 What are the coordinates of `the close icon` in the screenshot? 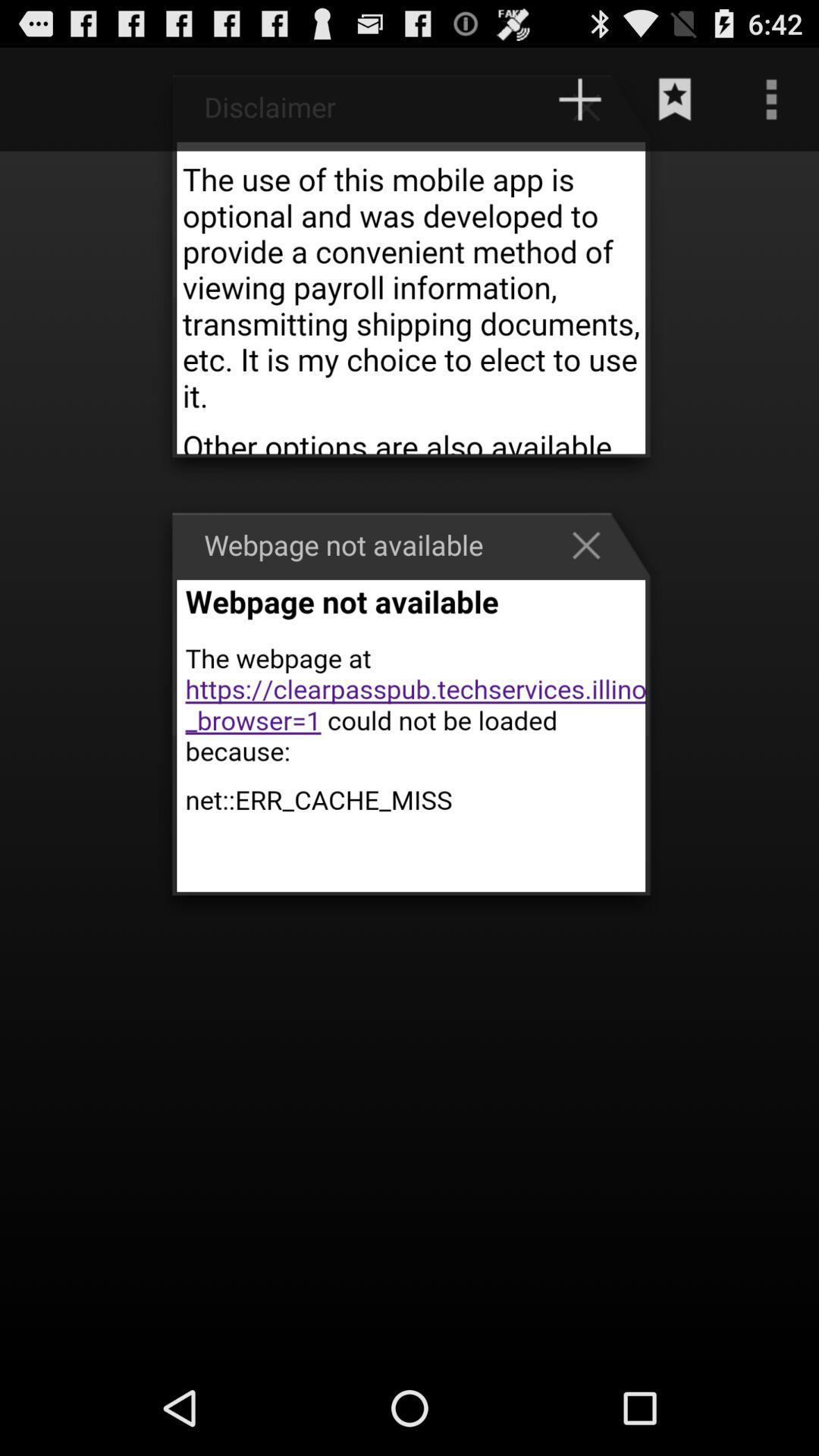 It's located at (593, 582).